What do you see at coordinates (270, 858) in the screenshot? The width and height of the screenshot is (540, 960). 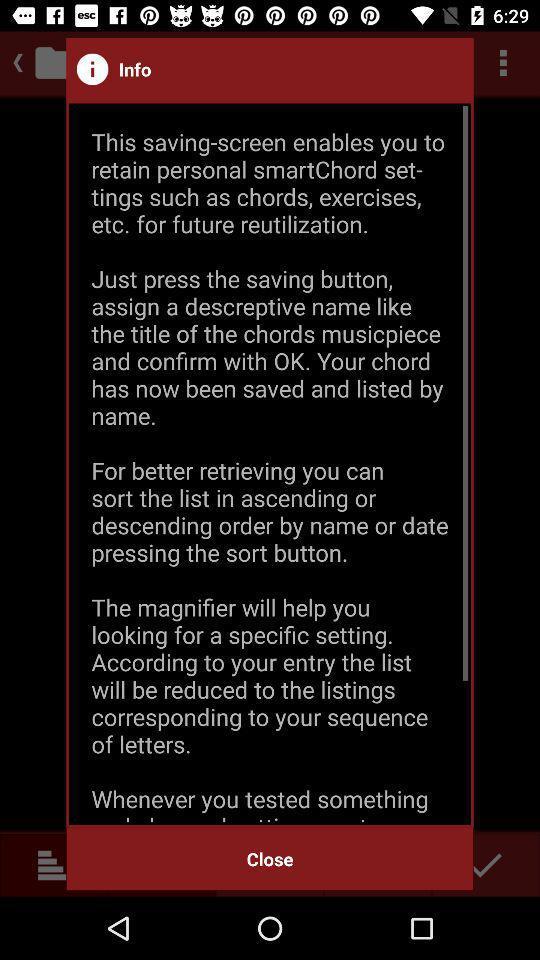 I see `the close item` at bounding box center [270, 858].